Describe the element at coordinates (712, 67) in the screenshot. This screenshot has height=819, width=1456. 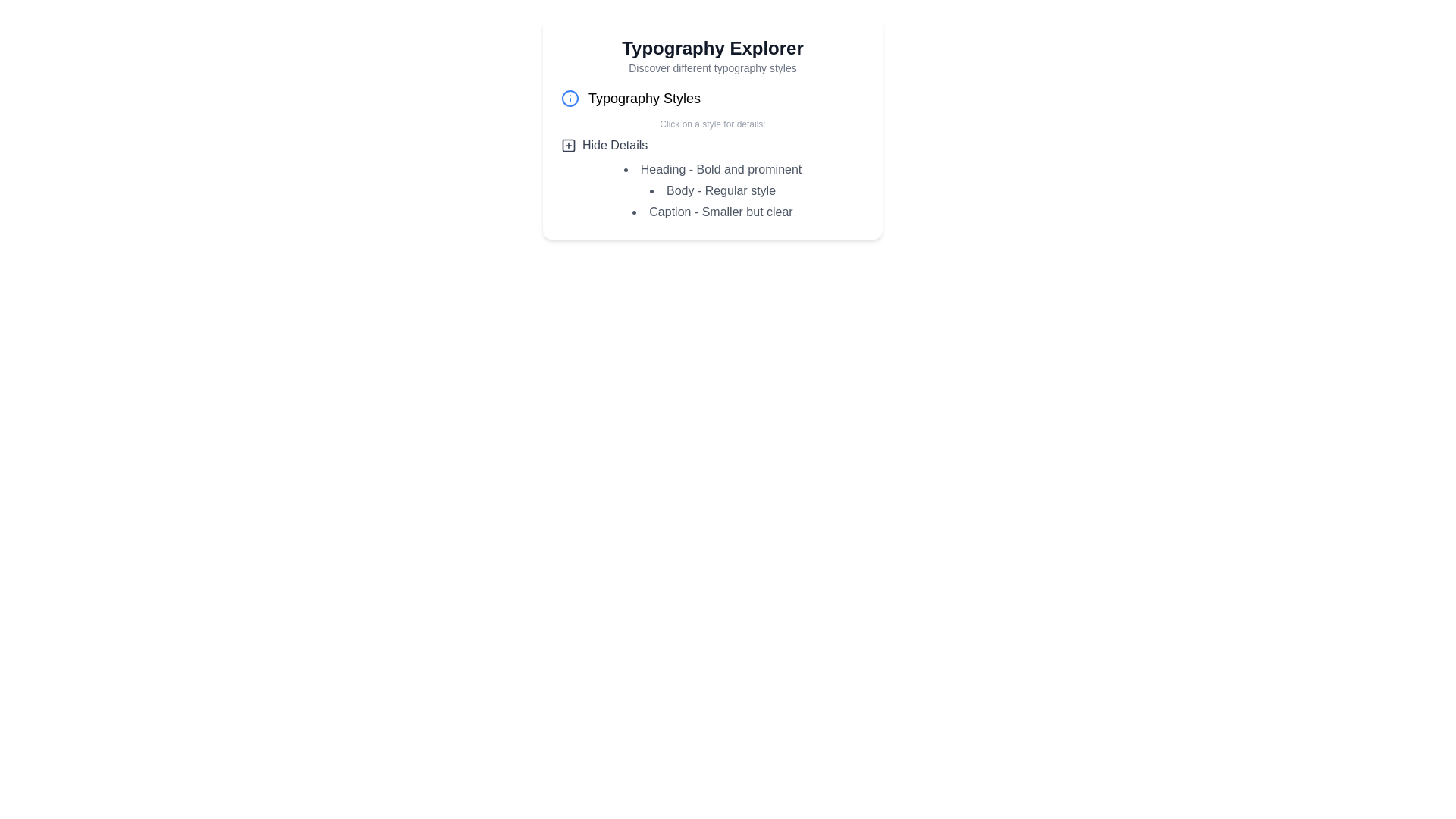
I see `the textual label reading 'Discover different typography styles', which is styled with a small font size and muted gray color, located directly beneath the title 'Typography Explorer'` at that location.